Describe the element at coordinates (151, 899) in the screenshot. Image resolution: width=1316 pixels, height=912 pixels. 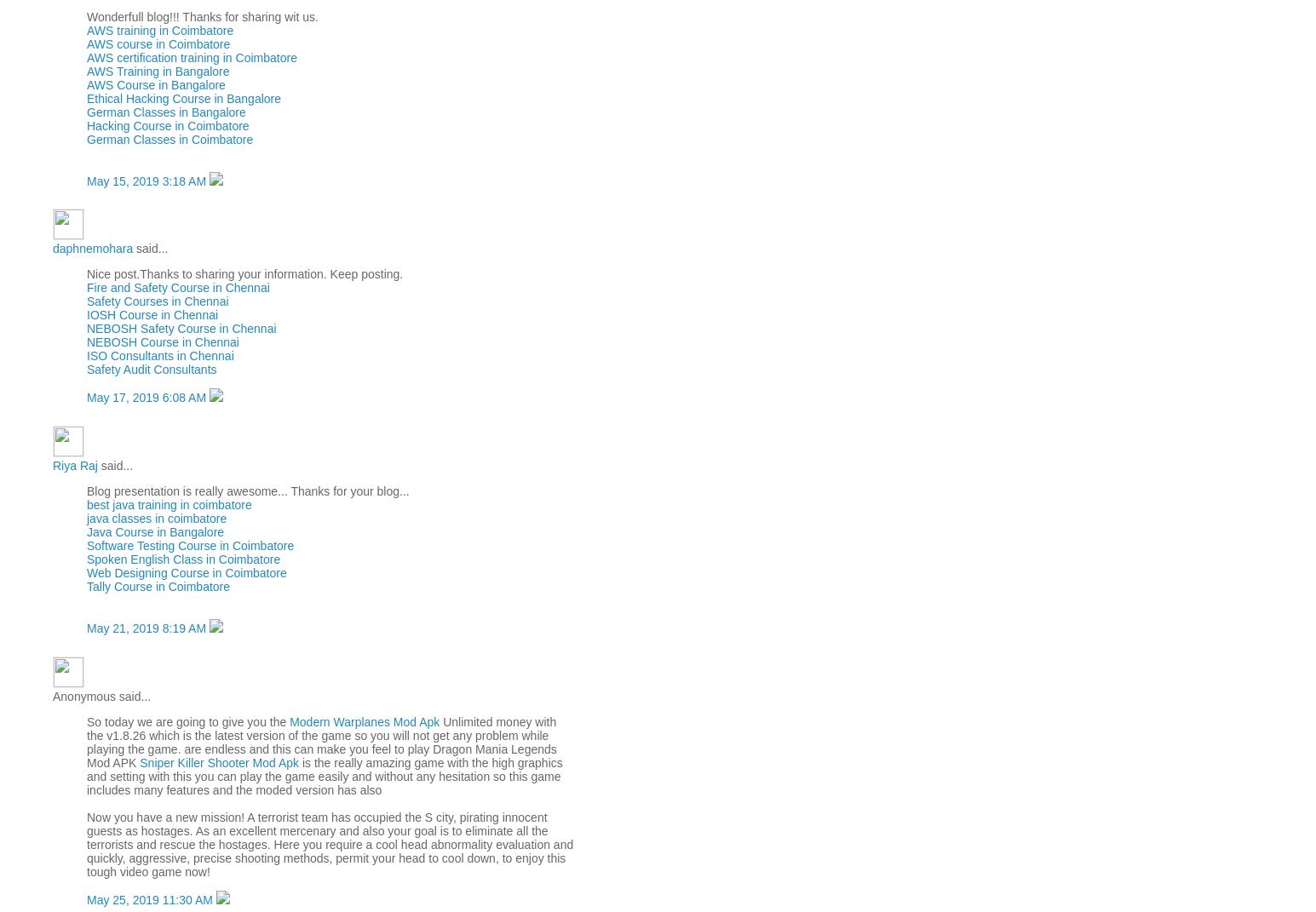
I see `'May 25, 2019 11:30 AM'` at that location.